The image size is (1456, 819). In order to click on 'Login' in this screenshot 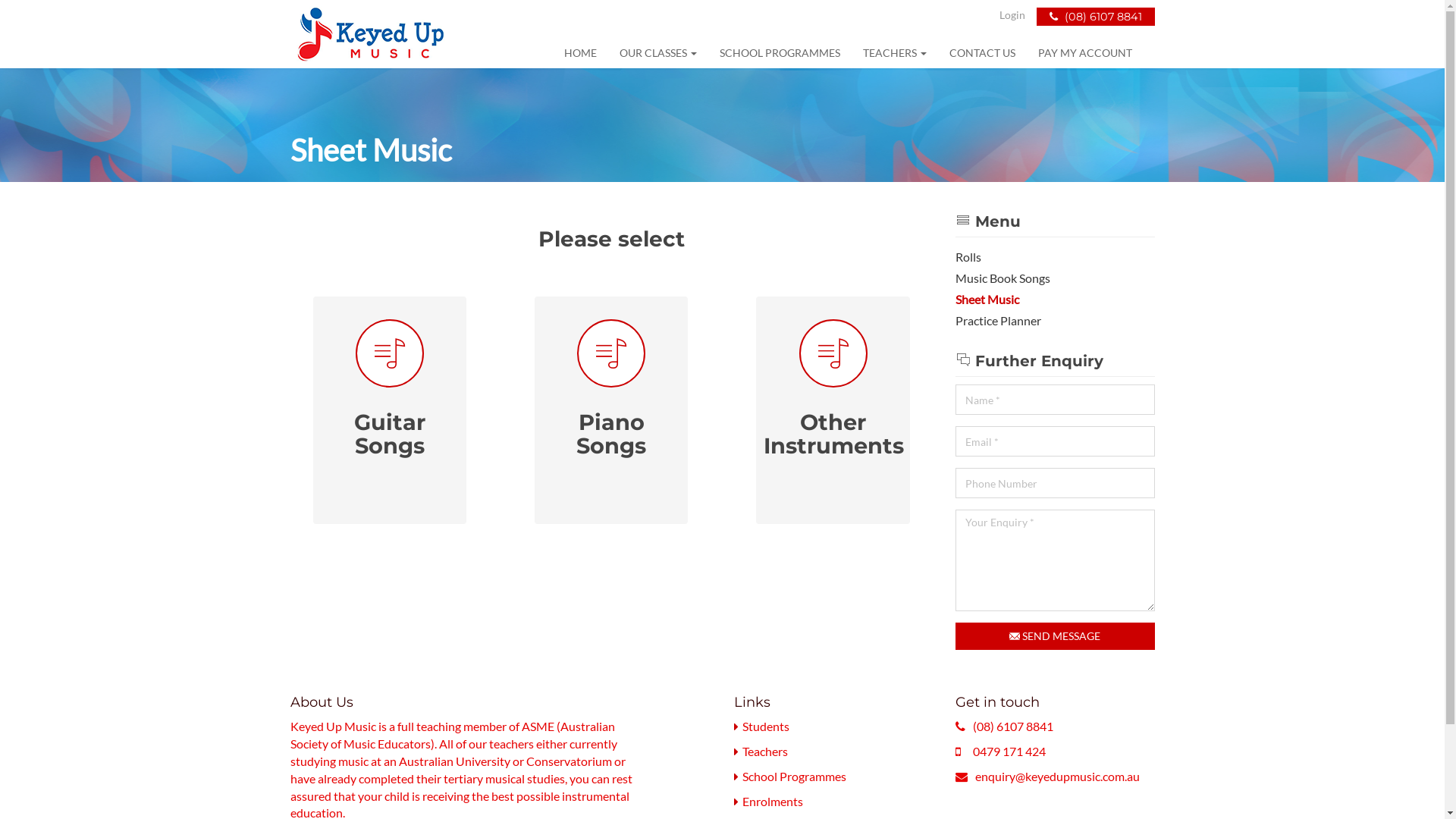, I will do `click(1012, 14)`.